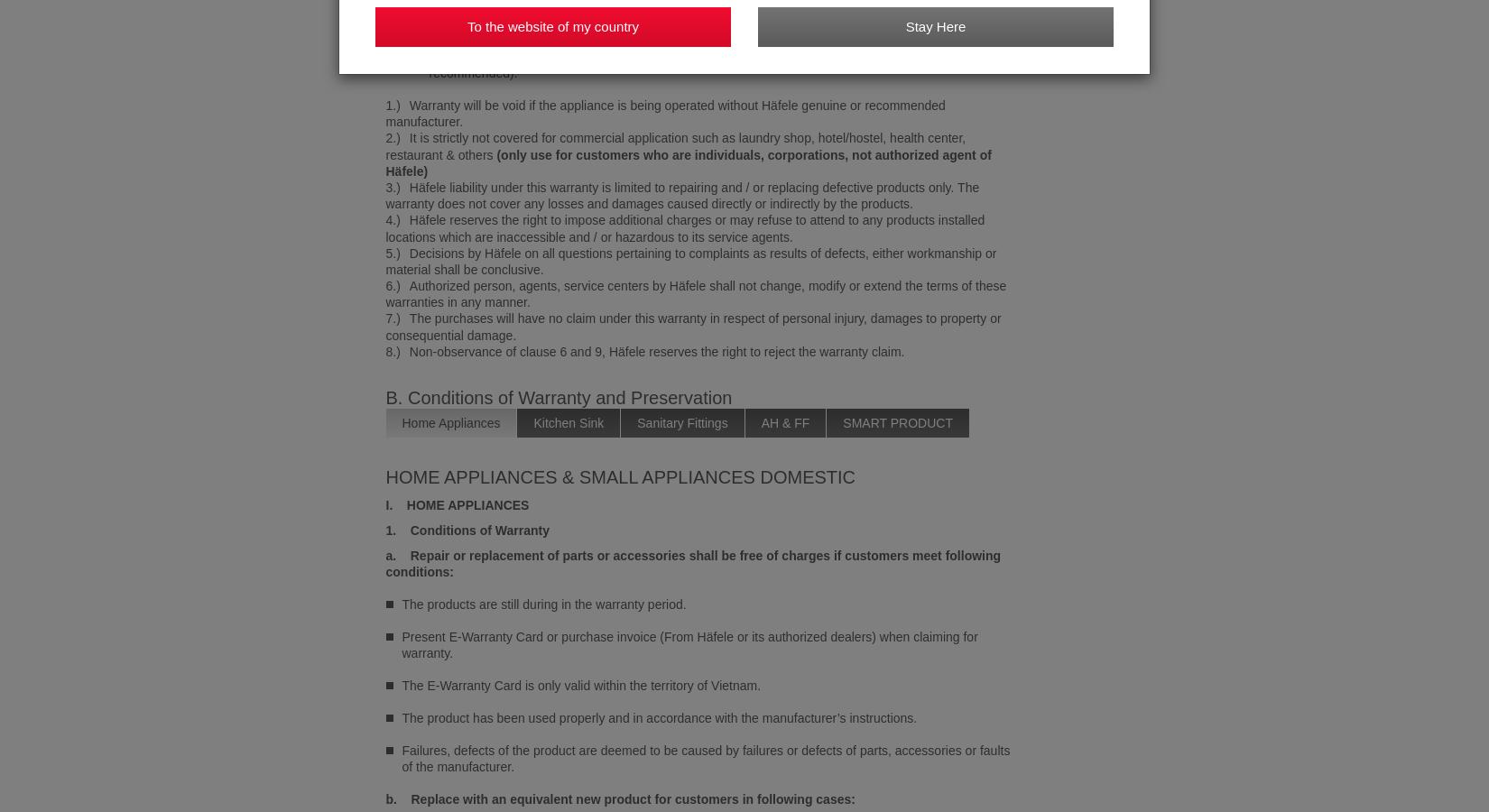 The height and width of the screenshot is (812, 1489). I want to click on 'AH &  FF', so click(785, 421).